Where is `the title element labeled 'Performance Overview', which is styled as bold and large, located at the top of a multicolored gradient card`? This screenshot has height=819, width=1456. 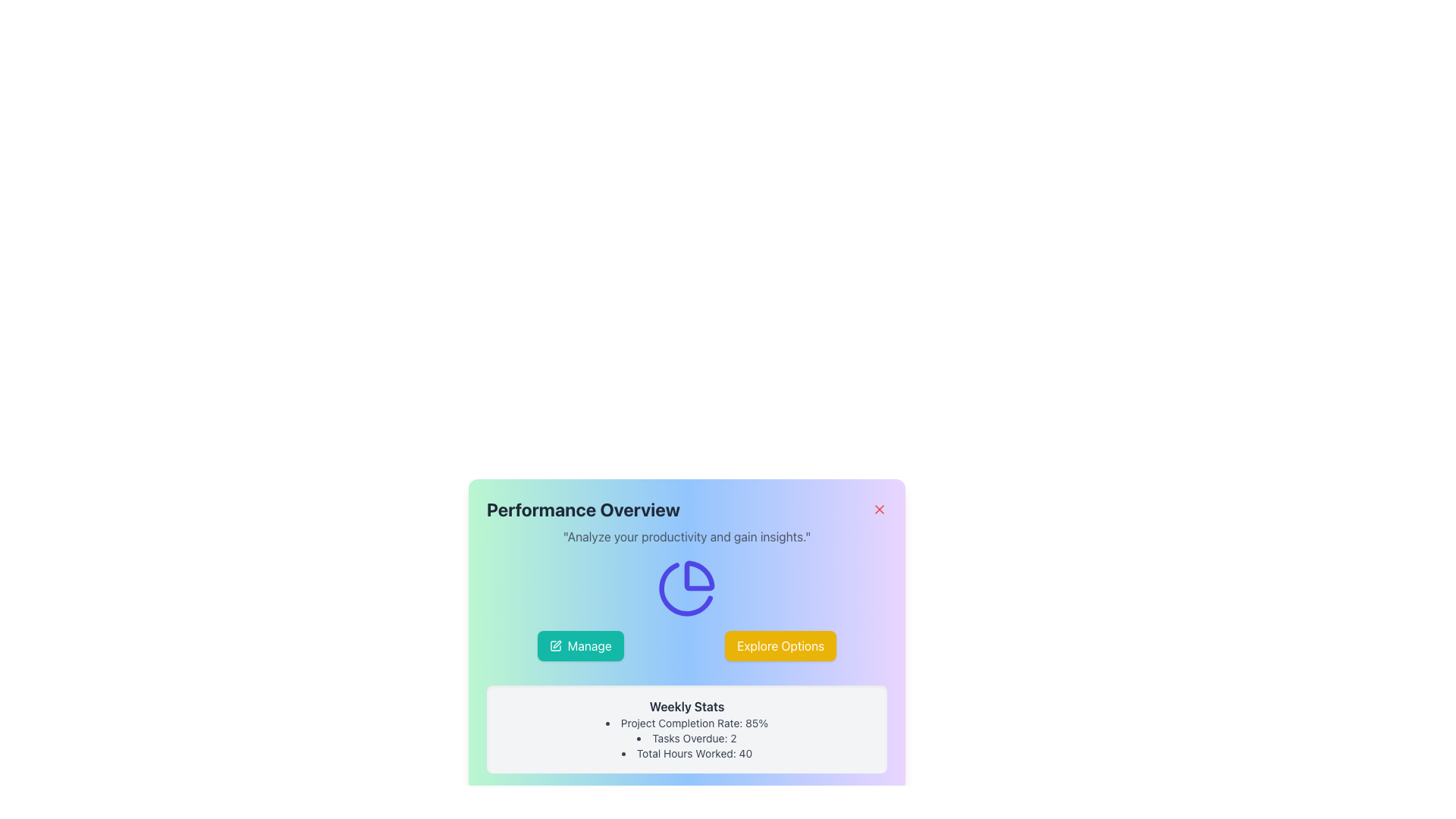 the title element labeled 'Performance Overview', which is styled as bold and large, located at the top of a multicolored gradient card is located at coordinates (686, 509).